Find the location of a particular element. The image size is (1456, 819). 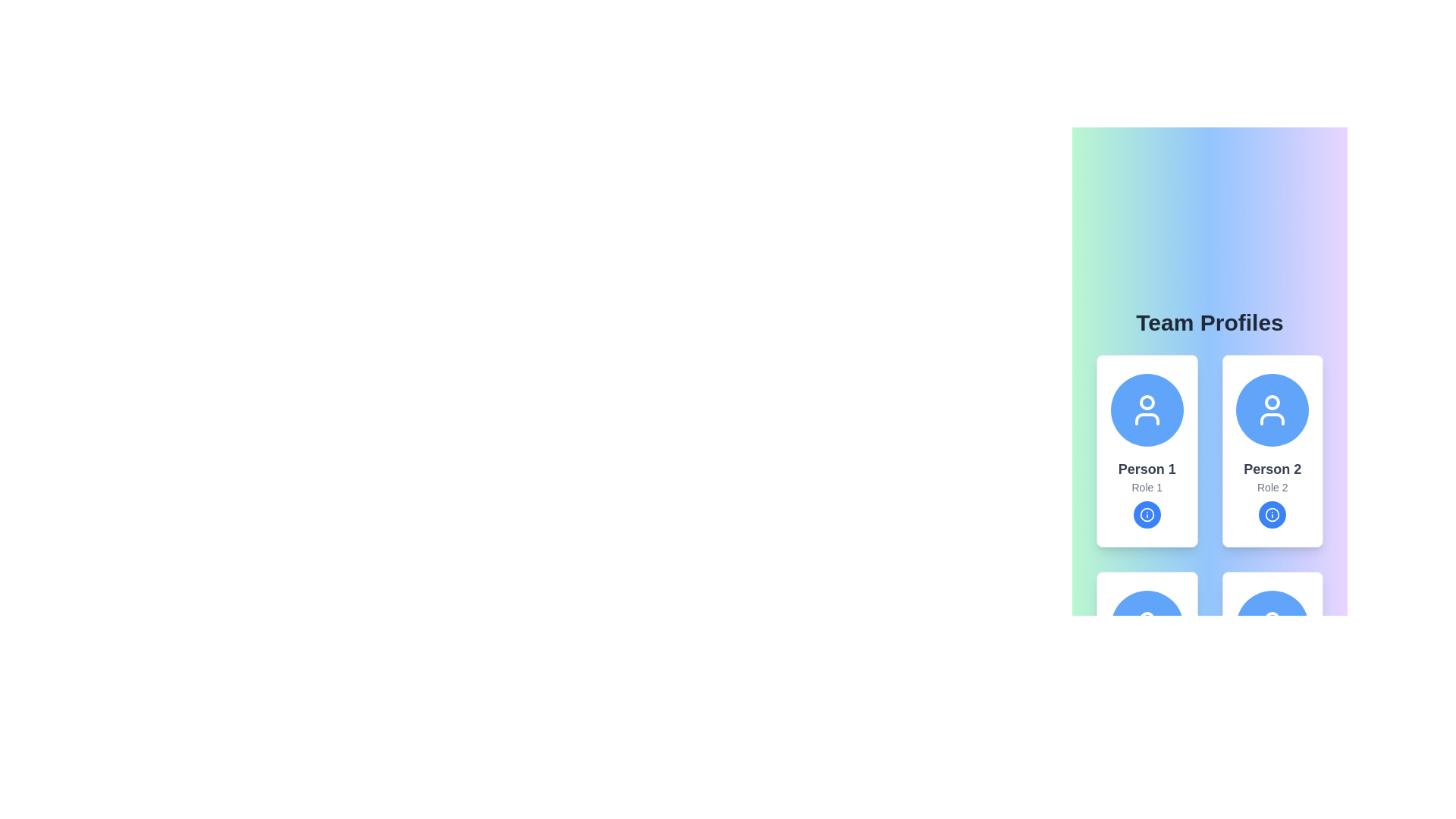

the user profile icon representing 'Person 2', which is visually distinguished in the interface and located under the label 'Person 2 Role 2' is located at coordinates (1272, 409).